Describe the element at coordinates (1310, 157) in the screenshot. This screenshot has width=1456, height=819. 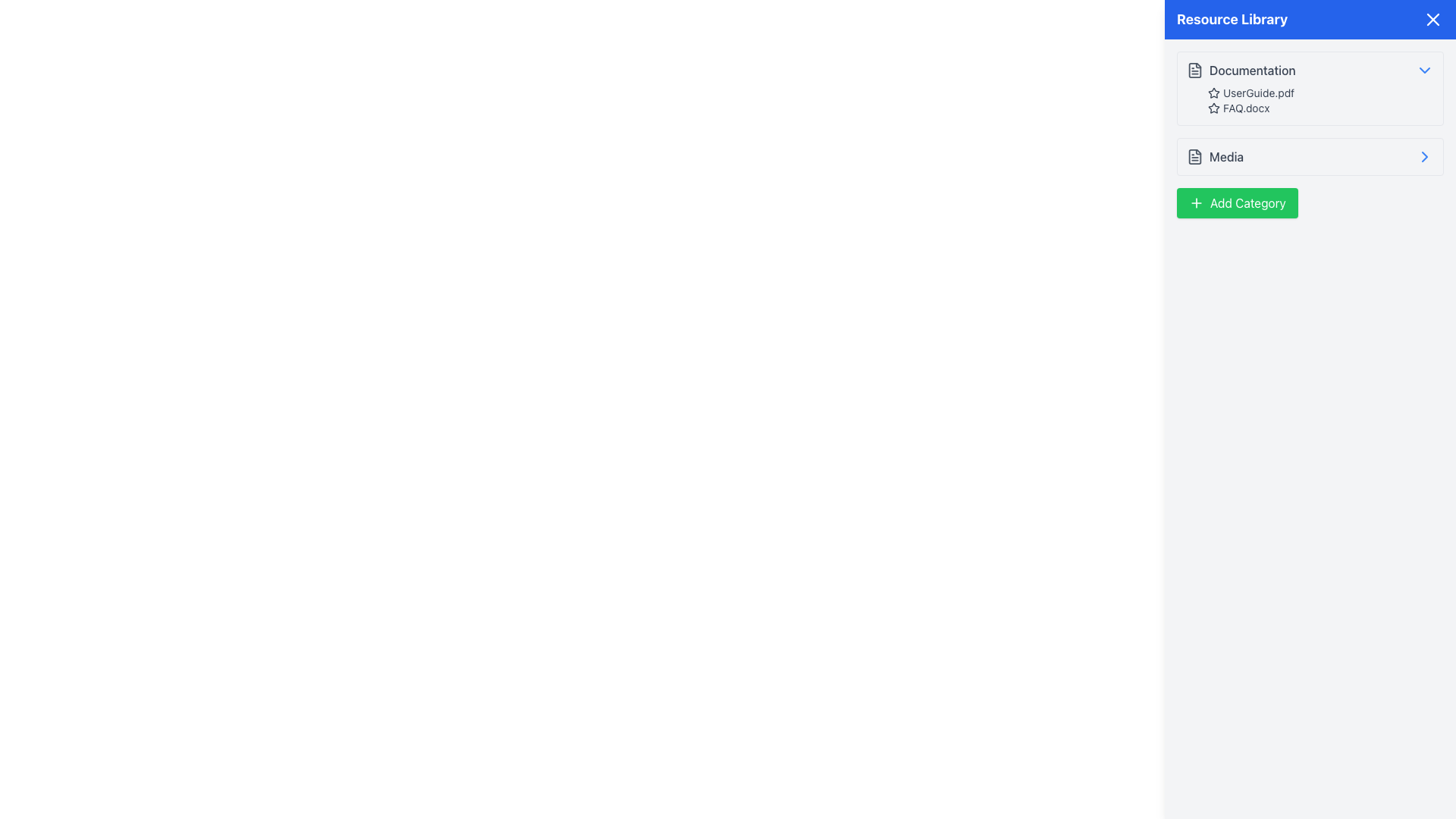
I see `the navigational item in the 'Resource Library' that leads to the 'Media' section` at that location.